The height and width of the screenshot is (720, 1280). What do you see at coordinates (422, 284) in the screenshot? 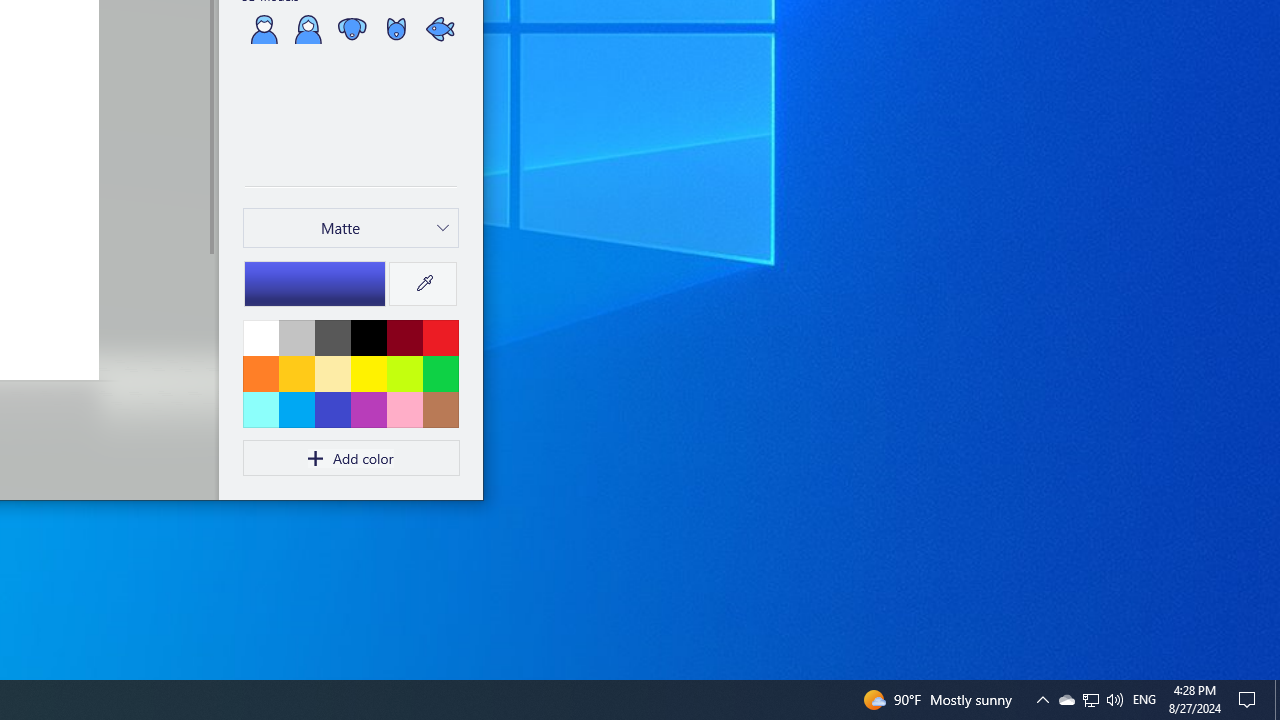
I see `'Eyedropper'` at bounding box center [422, 284].